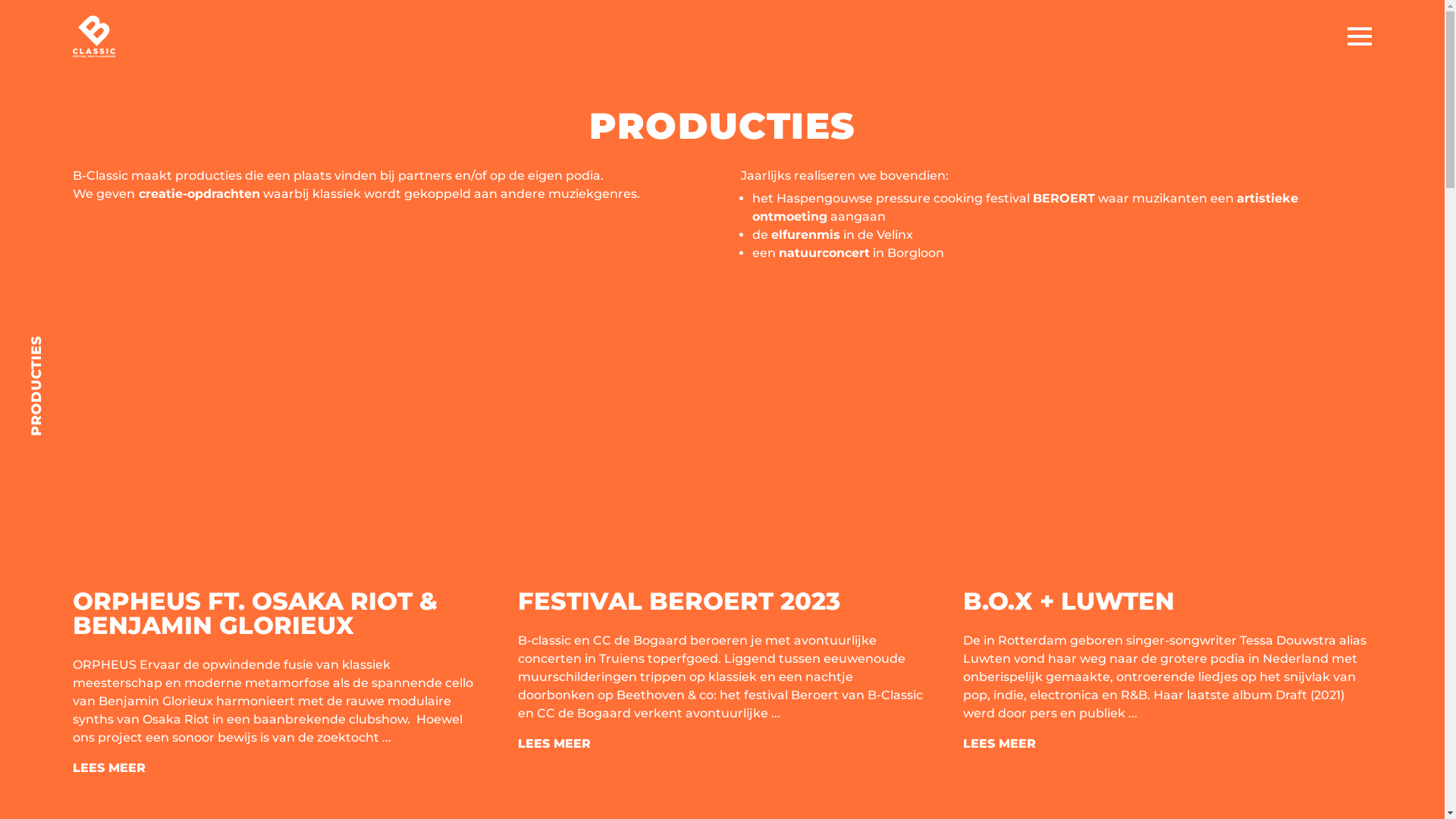 The width and height of the screenshot is (1456, 819). Describe the element at coordinates (255, 612) in the screenshot. I see `'ORPHEUS FT. OSAKA RIOT & BENJAMIN GLORIEUX'` at that location.